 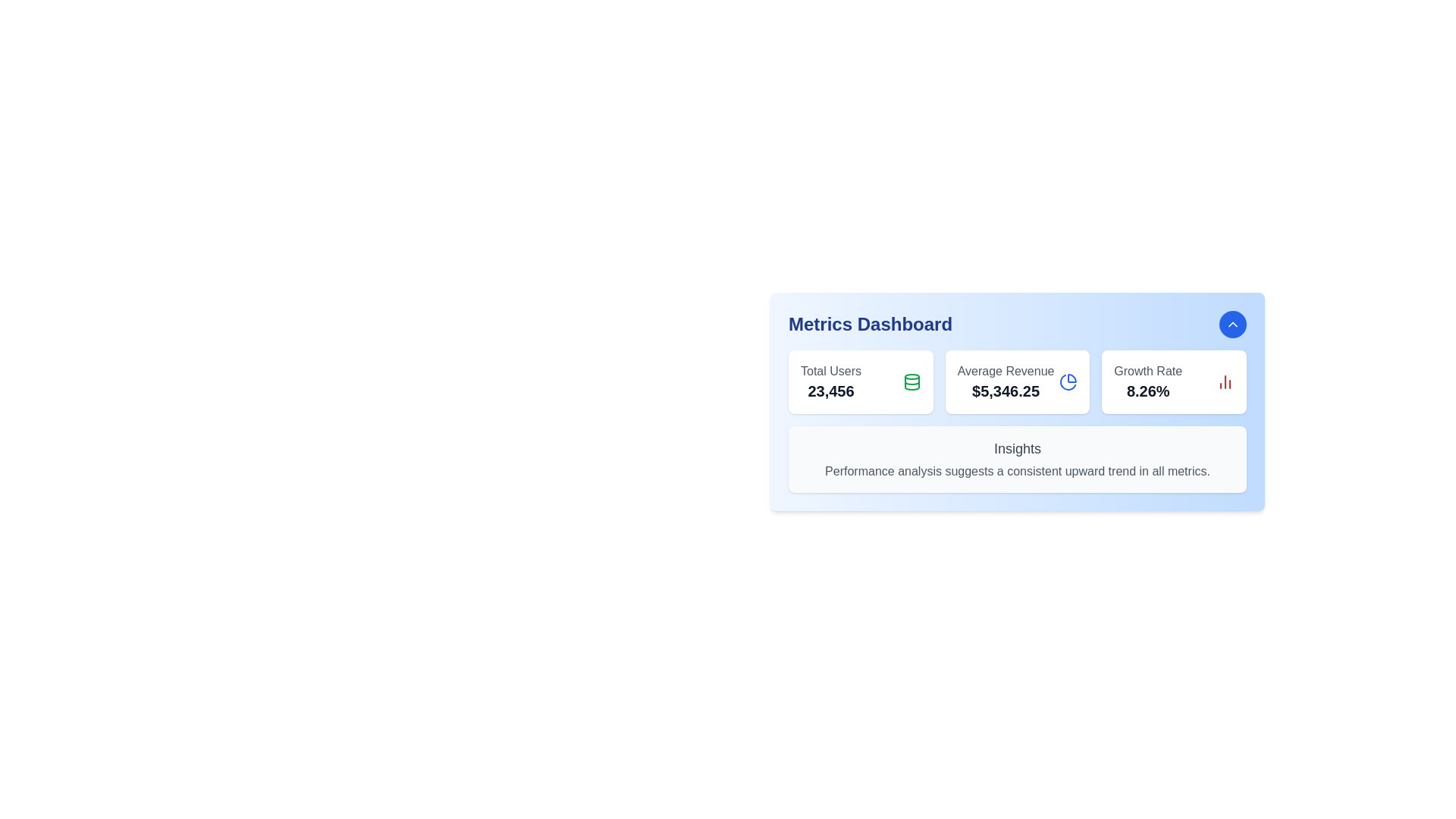 What do you see at coordinates (830, 371) in the screenshot?
I see `the static text label displaying 'Total Users' in gray font, located in the 'Metrics Dashboard' section above the number '23,456'` at bounding box center [830, 371].